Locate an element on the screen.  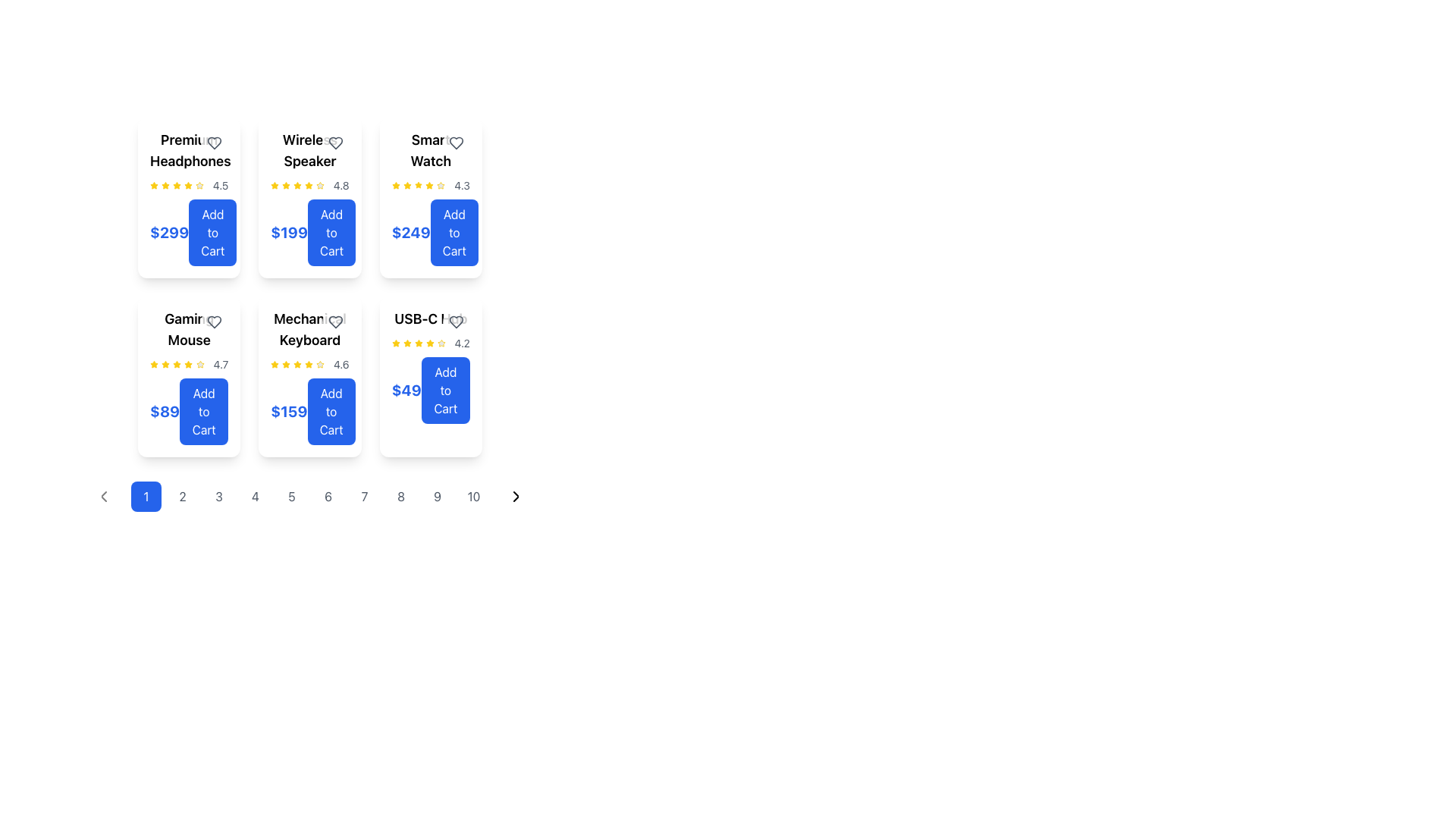
the first yellow star-shaped icon representing a rating next to the text '4.8' below the product title 'Wireless Speaker' is located at coordinates (275, 185).